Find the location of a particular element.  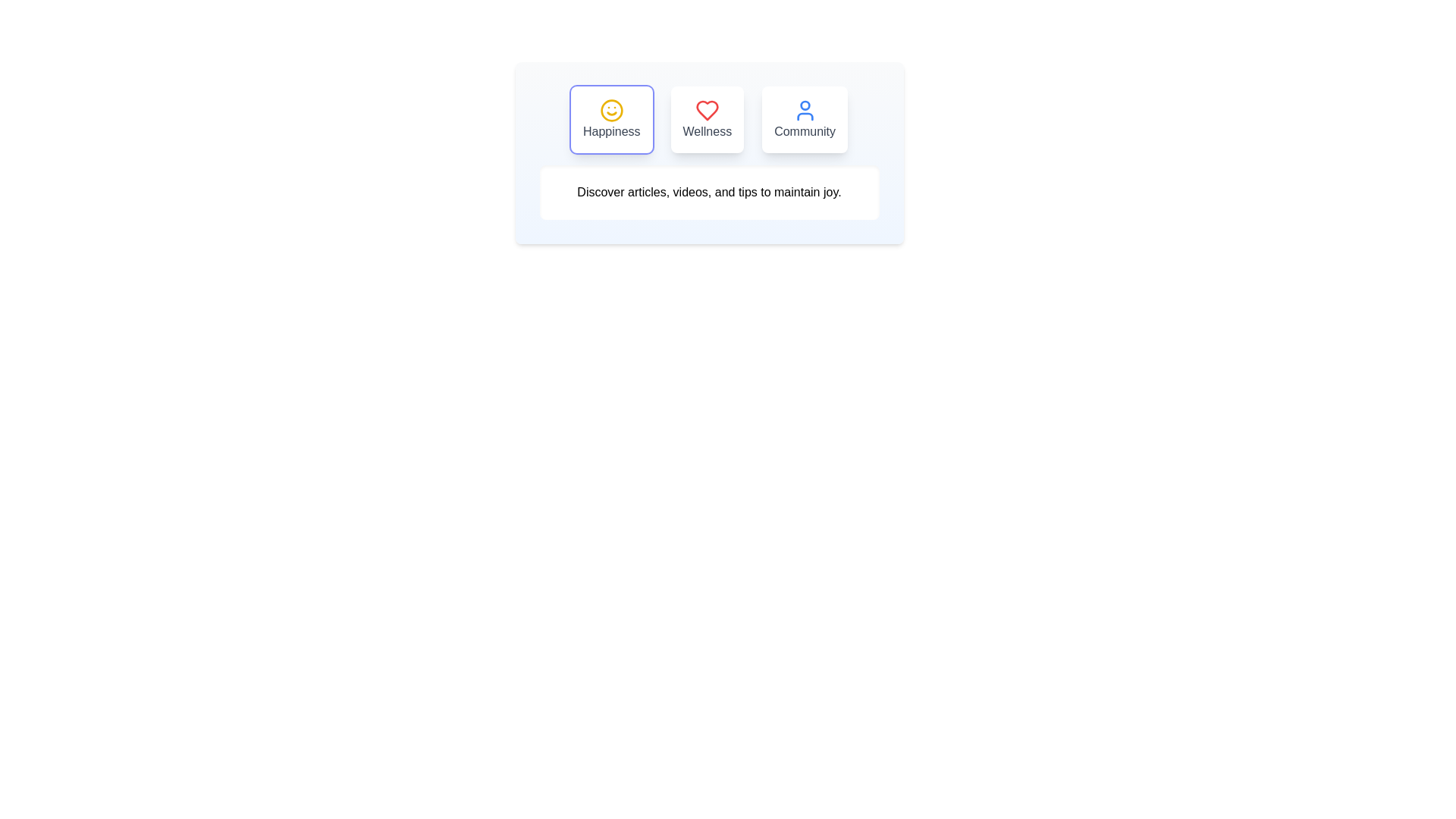

the tab labeled Happiness to observe its hover effect is located at coordinates (611, 119).